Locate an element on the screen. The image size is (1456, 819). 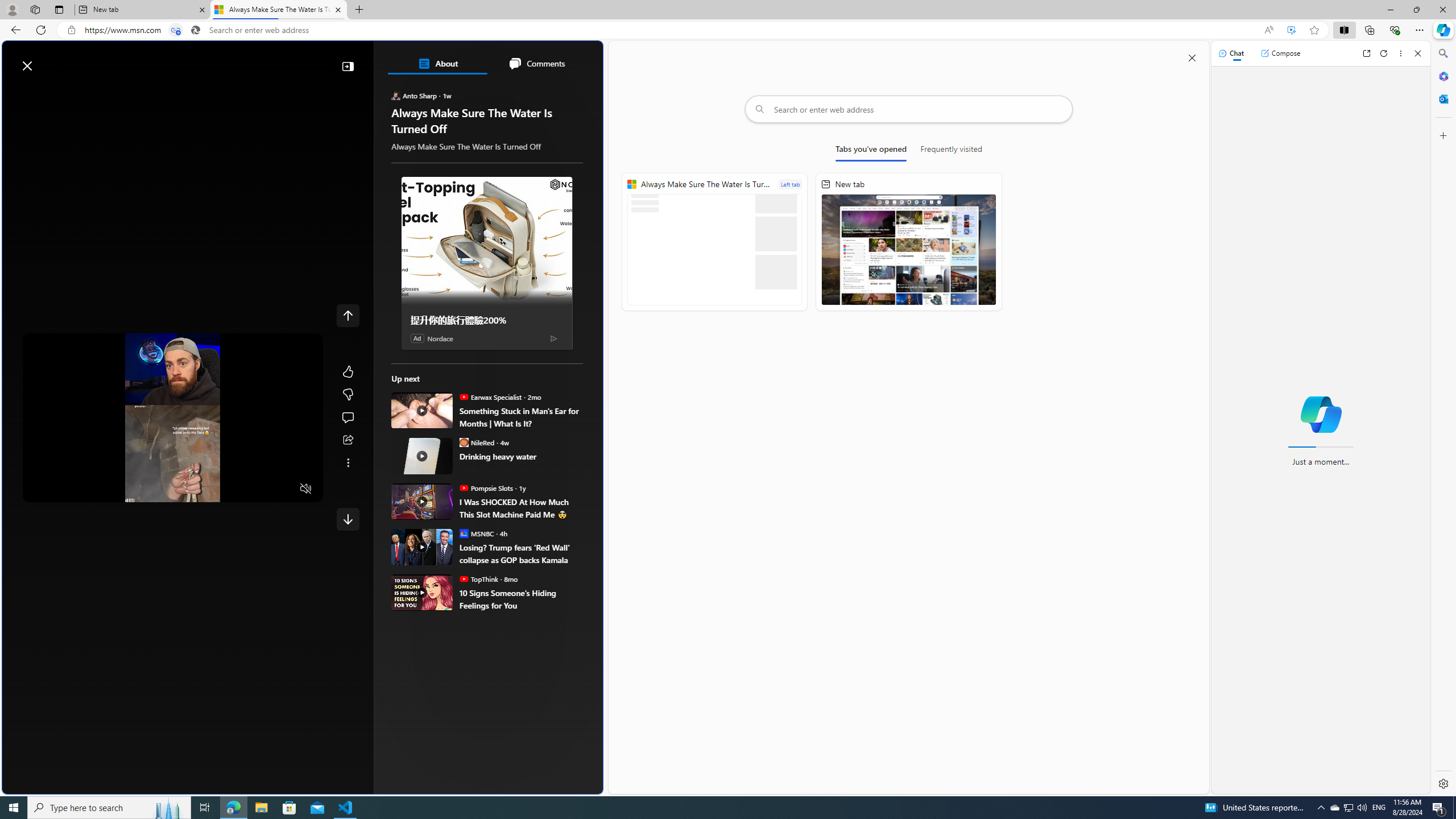
'Enhance video' is located at coordinates (1291, 30).